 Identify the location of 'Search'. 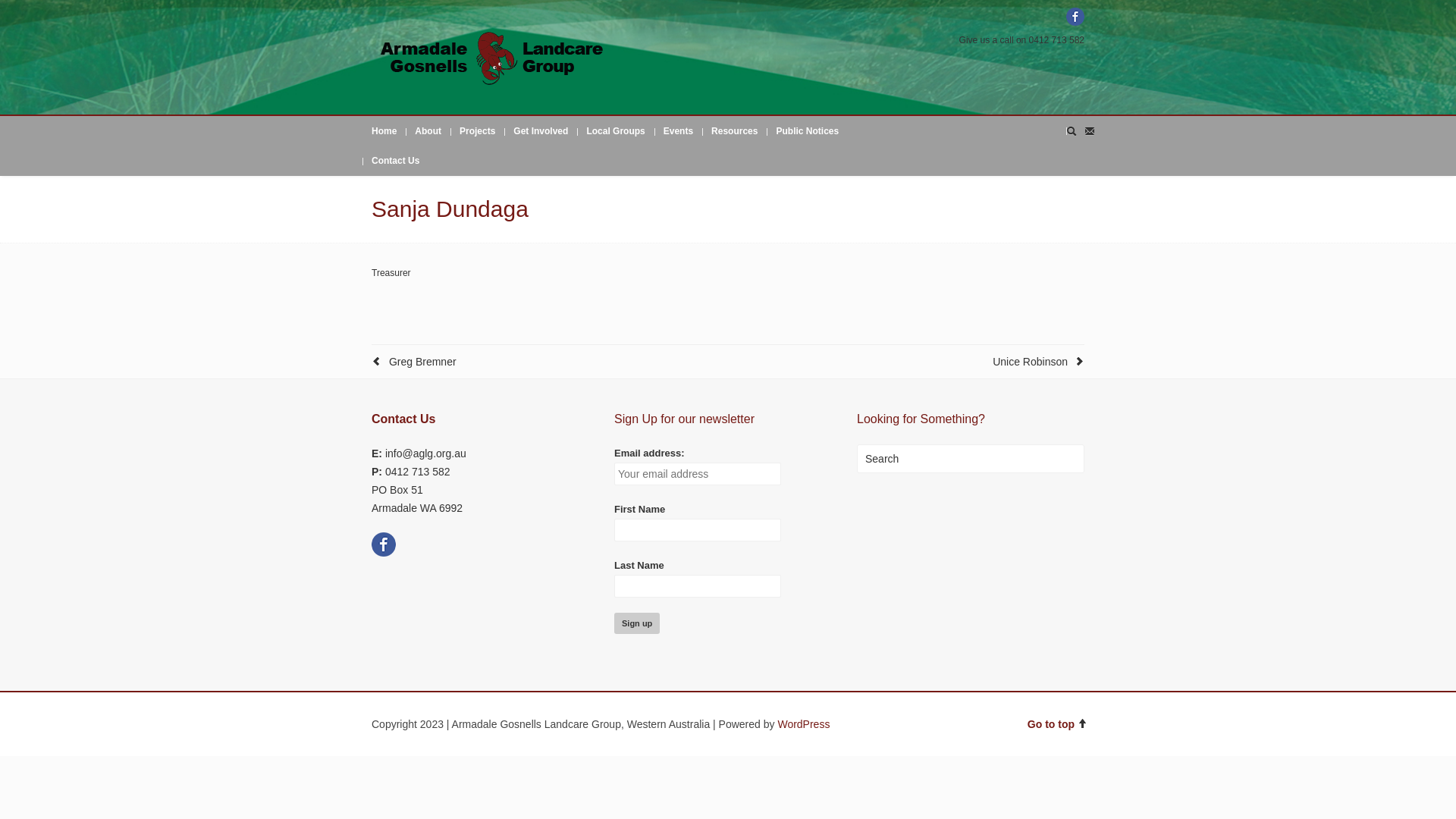
(971, 458).